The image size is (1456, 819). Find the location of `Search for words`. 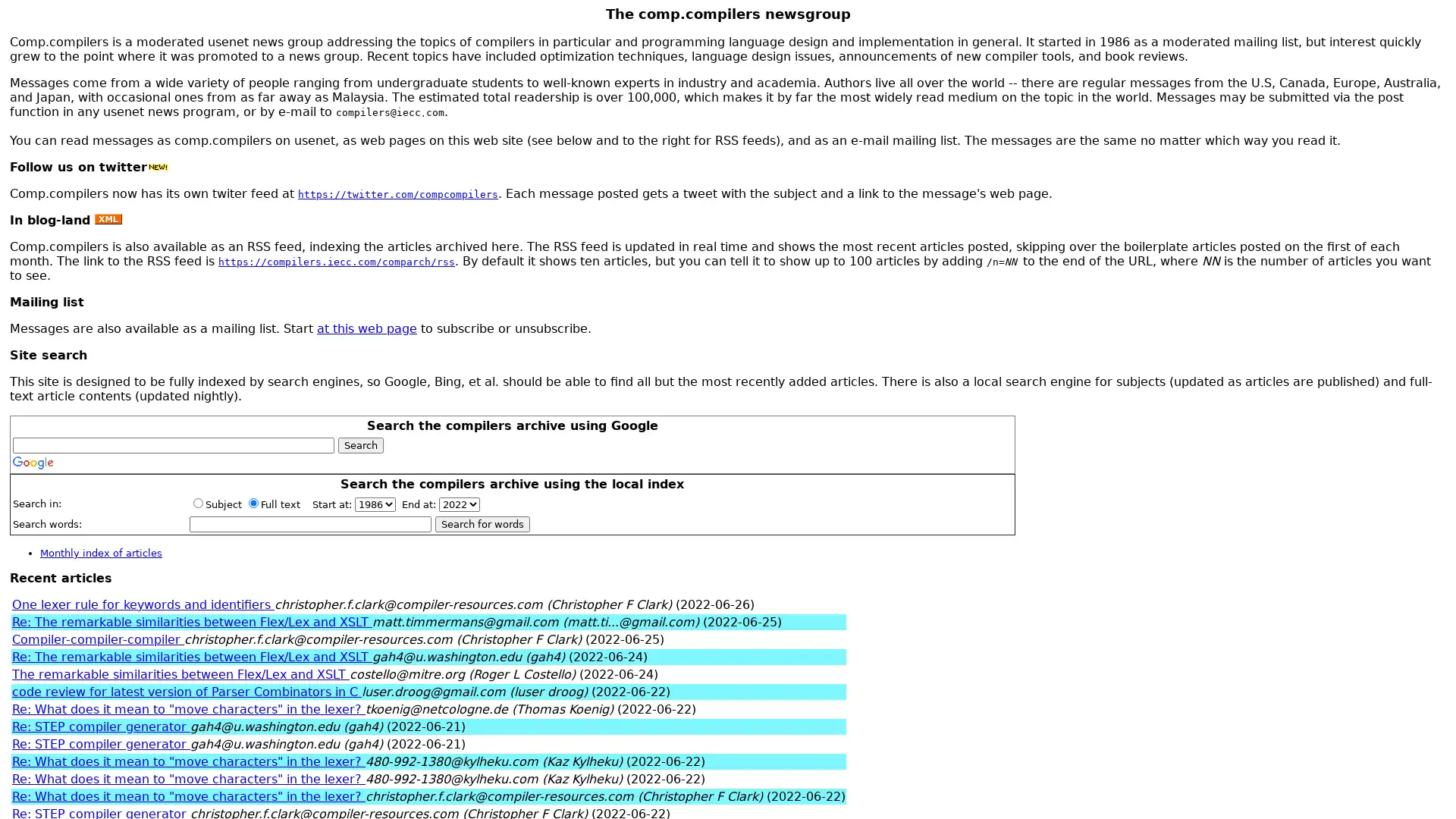

Search for words is located at coordinates (482, 522).